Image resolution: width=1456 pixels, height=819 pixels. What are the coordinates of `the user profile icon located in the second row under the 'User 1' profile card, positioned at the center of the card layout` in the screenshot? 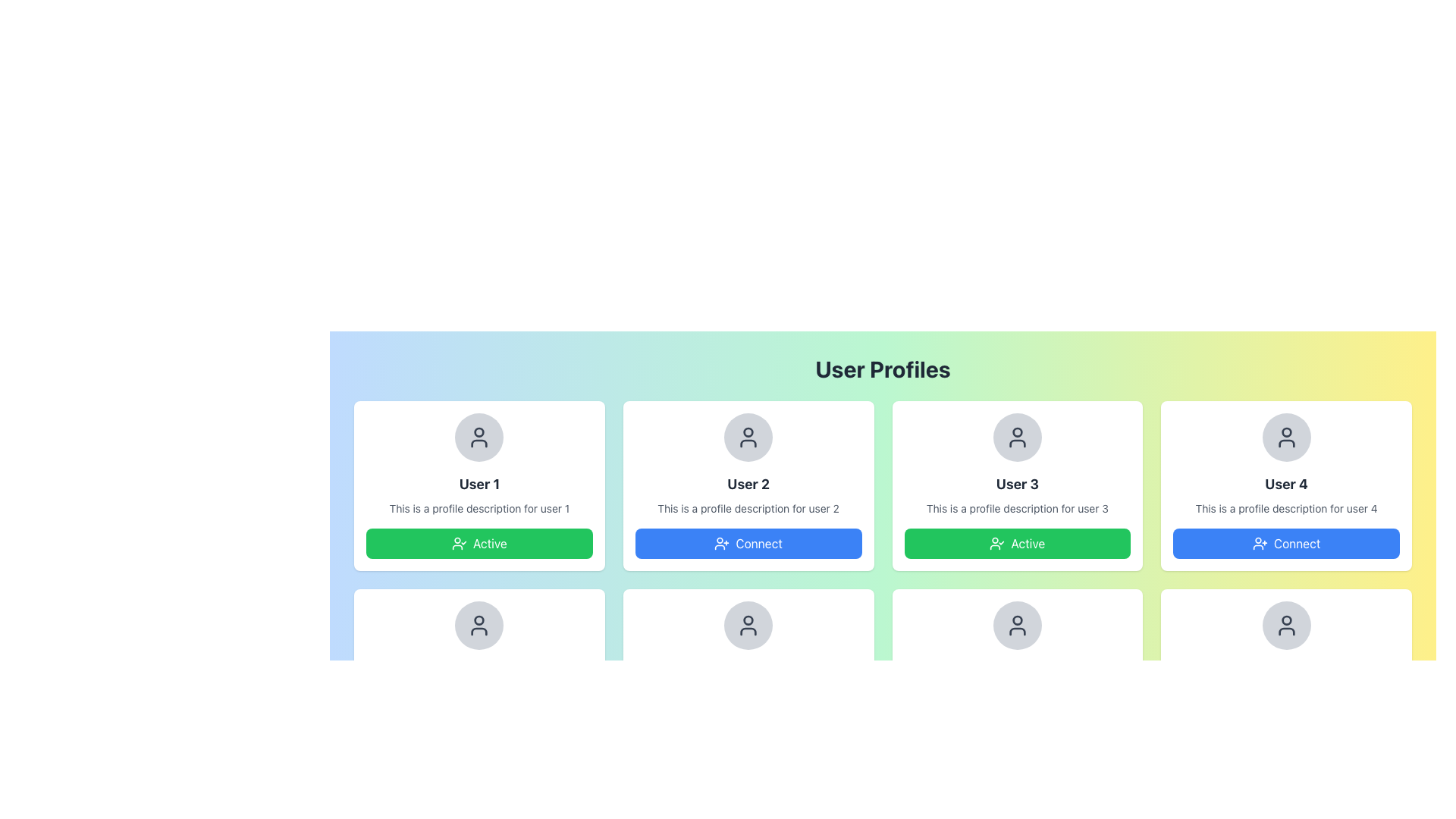 It's located at (479, 620).